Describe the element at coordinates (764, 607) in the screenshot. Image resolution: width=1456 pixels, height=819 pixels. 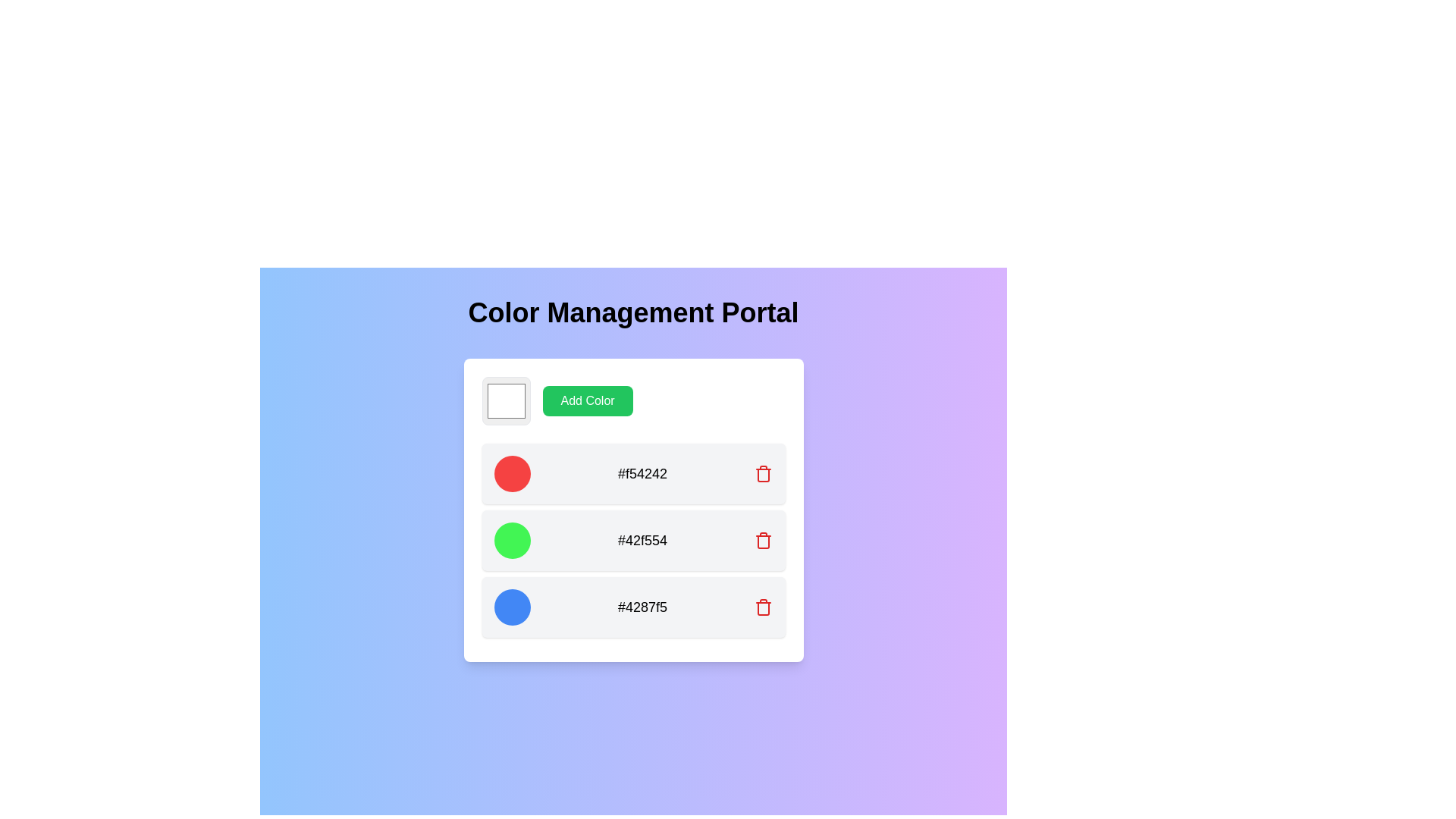
I see `the icon button located on the far right side of the last row` at that location.